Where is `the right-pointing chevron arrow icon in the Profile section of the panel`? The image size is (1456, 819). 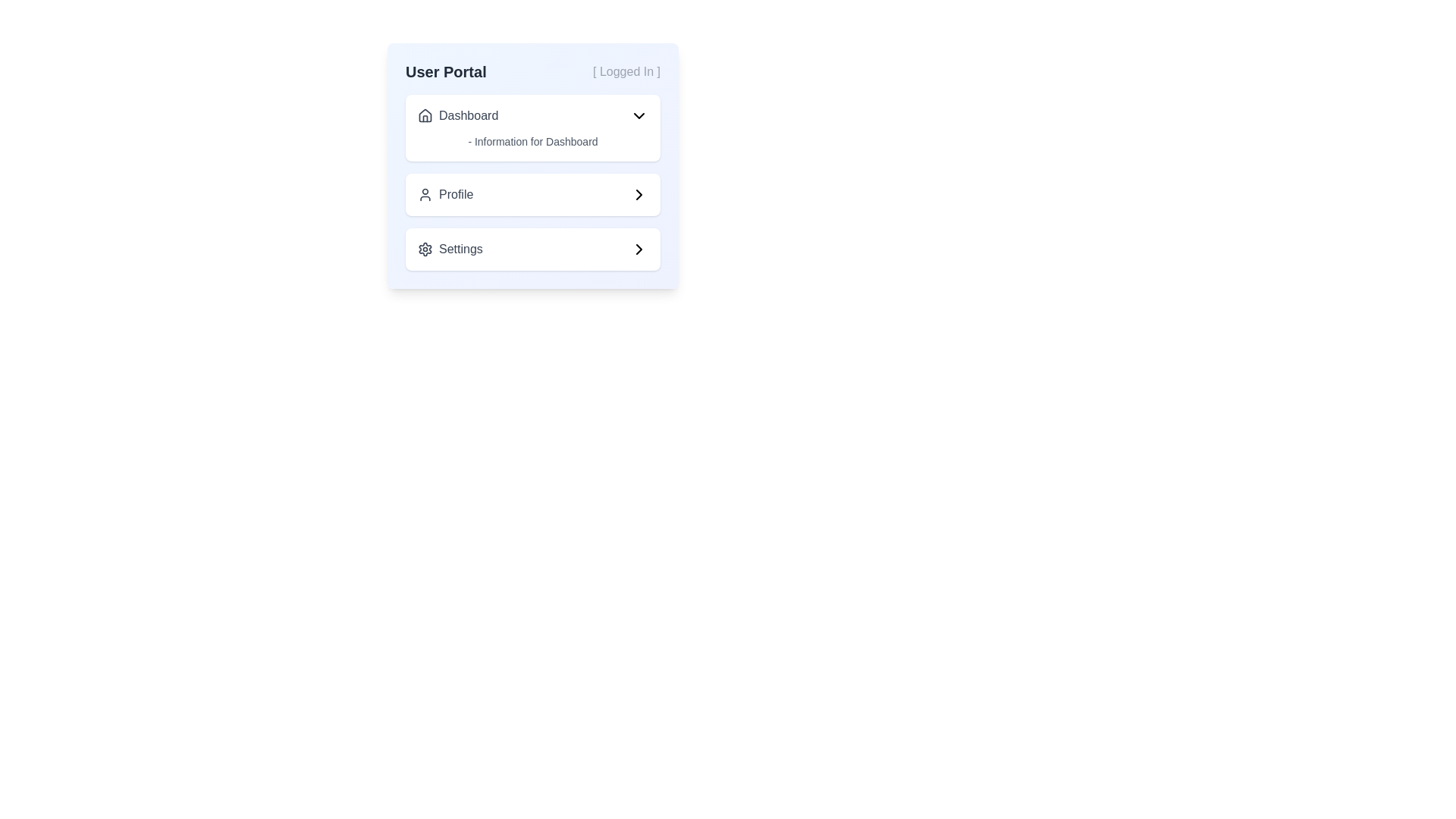
the right-pointing chevron arrow icon in the Profile section of the panel is located at coordinates (639, 194).